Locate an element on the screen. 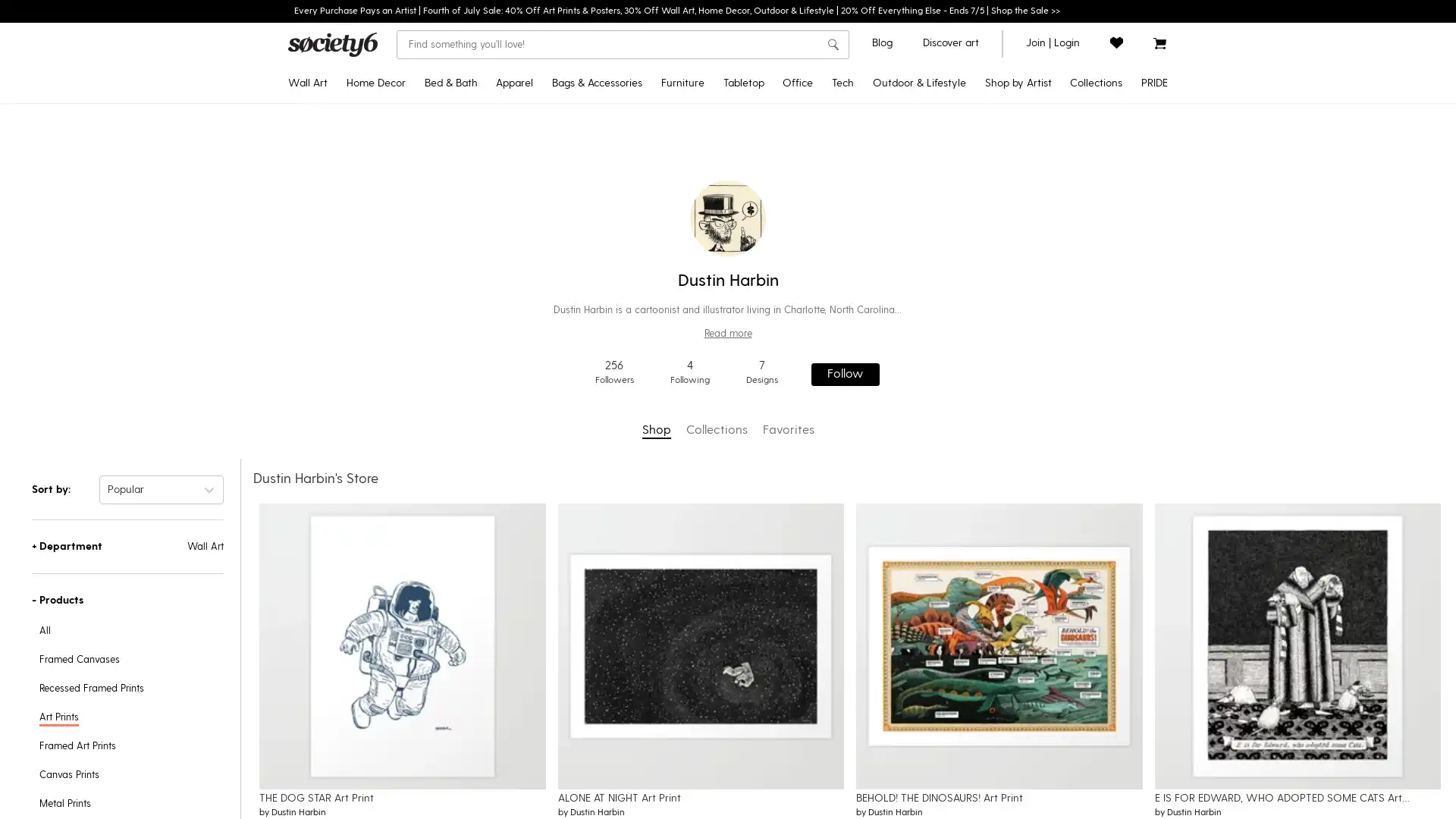  Pattern Play is located at coordinates (1040, 342).